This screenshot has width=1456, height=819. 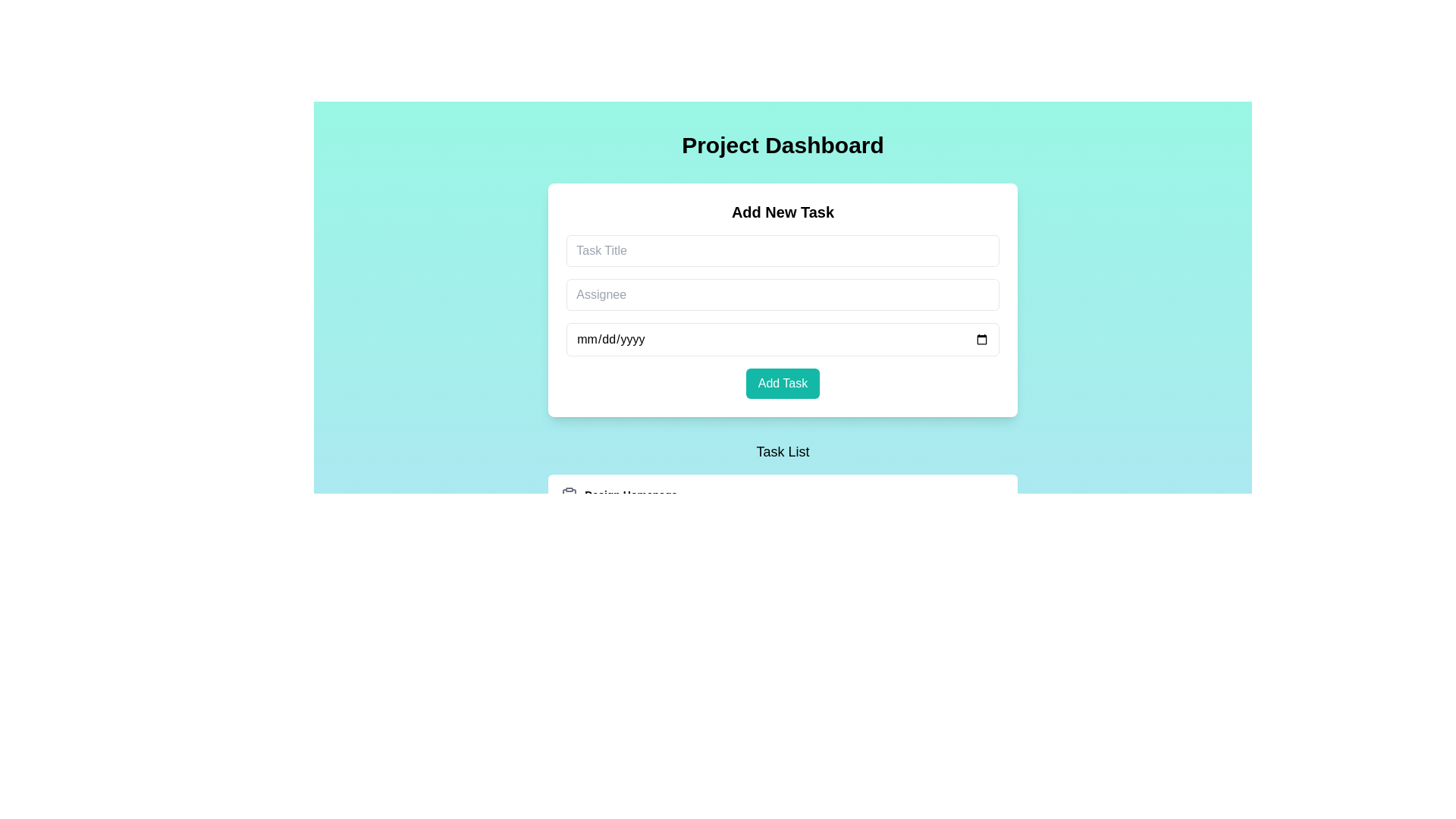 I want to click on the text header labeled 'Project Dashboard', which is styled in bold and large black font on a gradient teal-to-blue background, located at the top-center of the interface, so click(x=783, y=146).